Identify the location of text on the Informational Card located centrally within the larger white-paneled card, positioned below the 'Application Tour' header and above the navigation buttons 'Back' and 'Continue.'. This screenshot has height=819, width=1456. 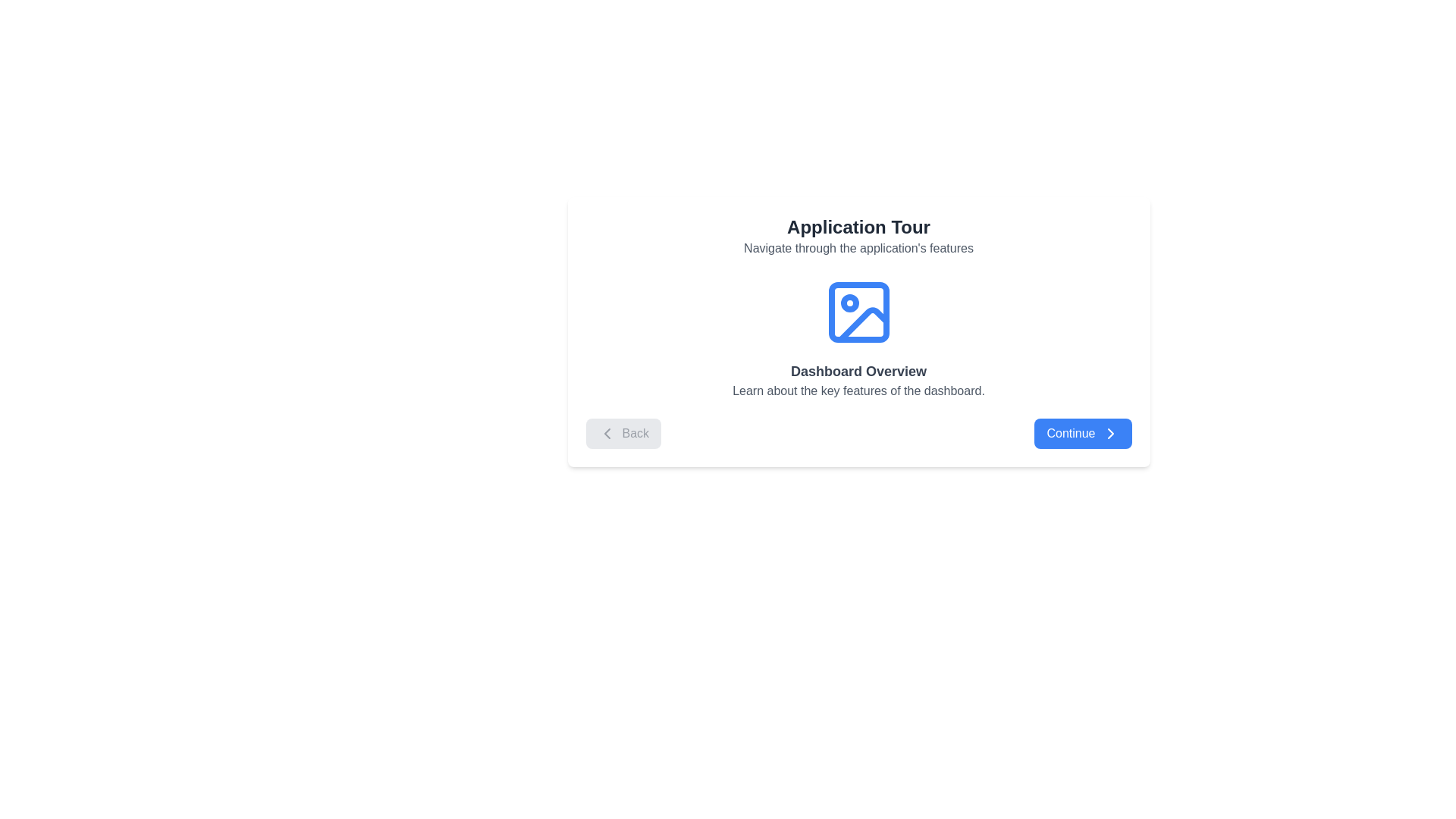
(858, 337).